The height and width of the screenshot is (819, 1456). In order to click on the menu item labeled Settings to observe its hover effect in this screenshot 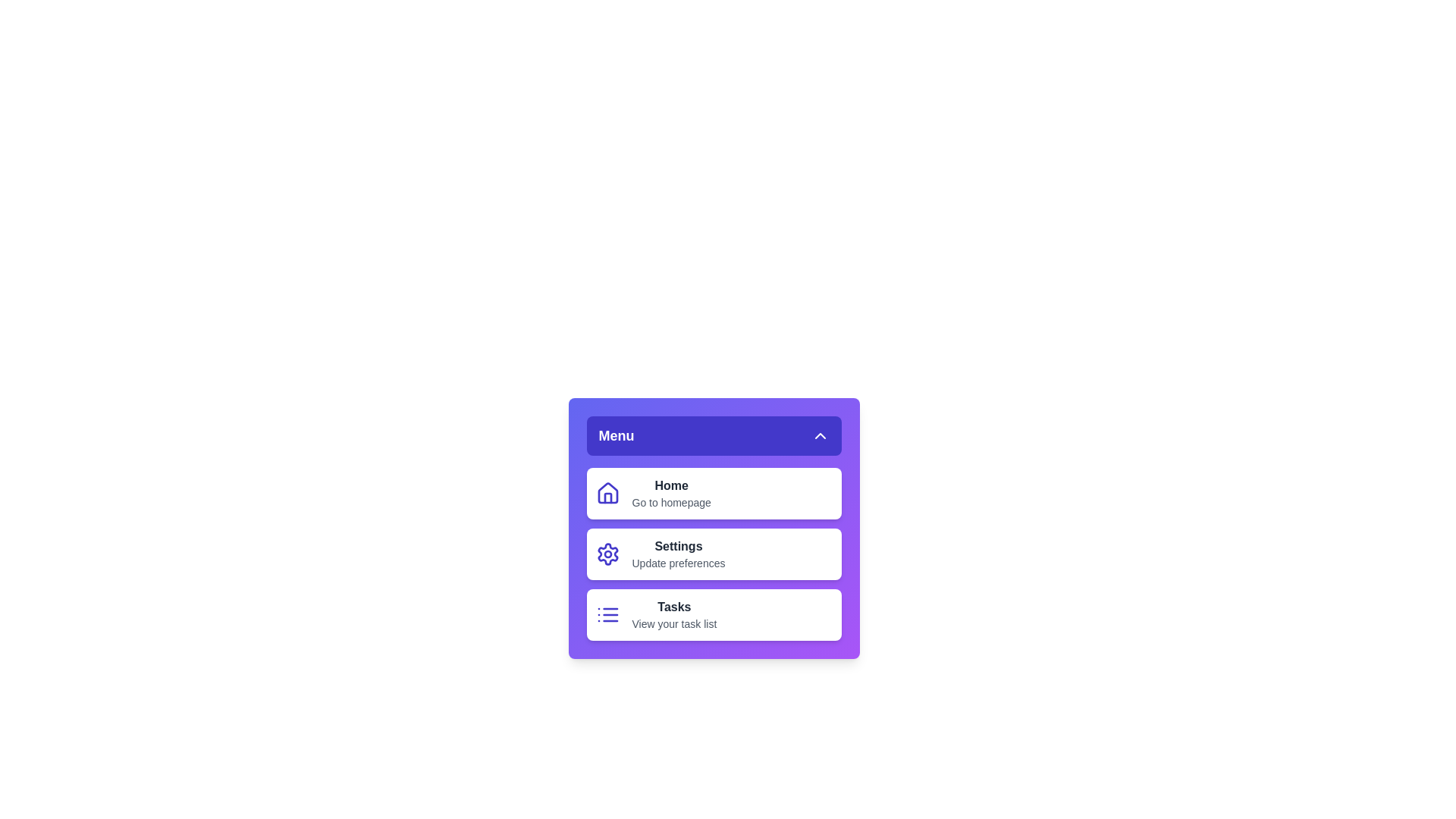, I will do `click(713, 554)`.